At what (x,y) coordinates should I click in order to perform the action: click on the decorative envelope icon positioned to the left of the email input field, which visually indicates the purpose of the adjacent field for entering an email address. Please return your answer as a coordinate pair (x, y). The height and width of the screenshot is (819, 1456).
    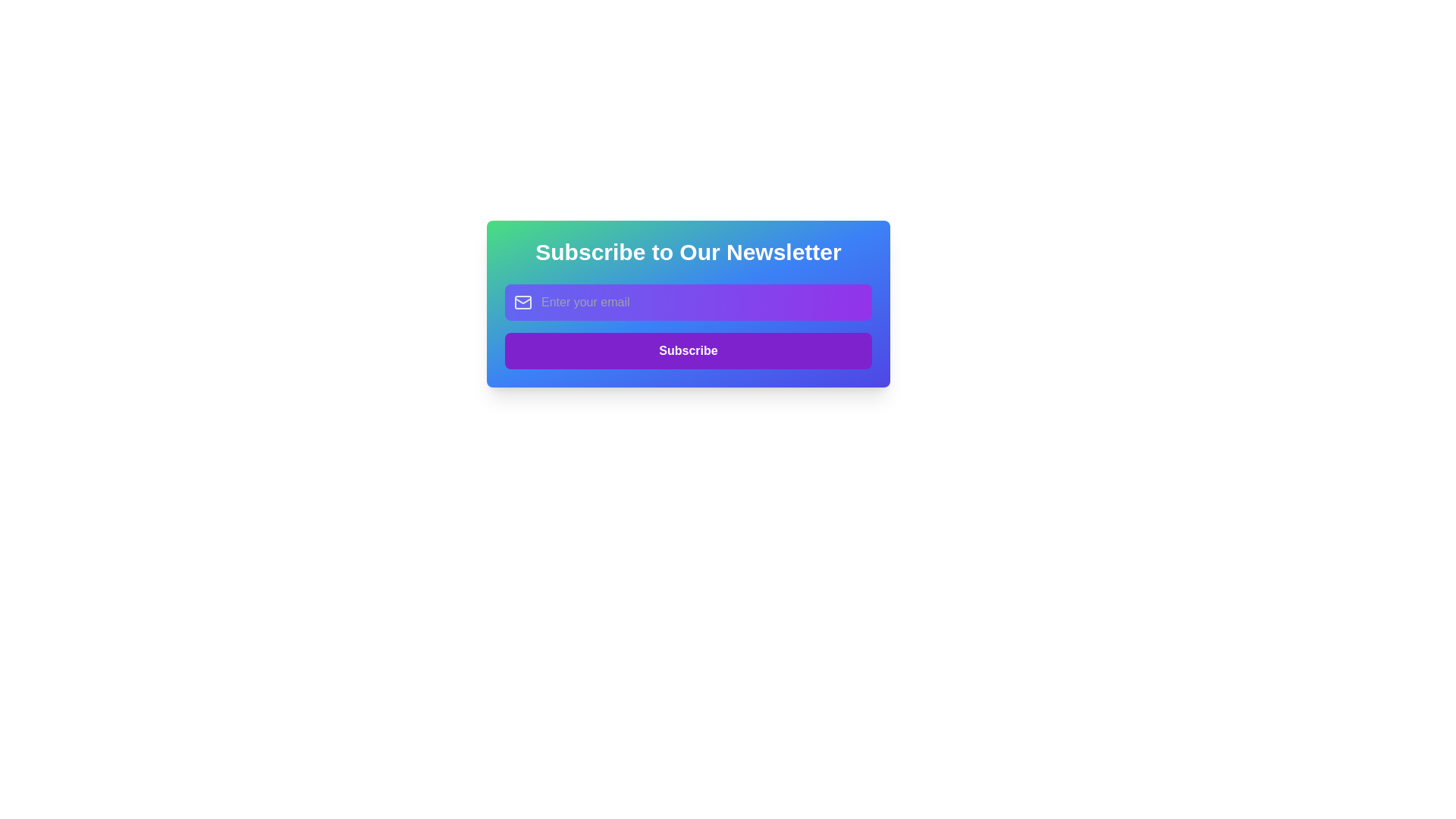
    Looking at the image, I should click on (523, 302).